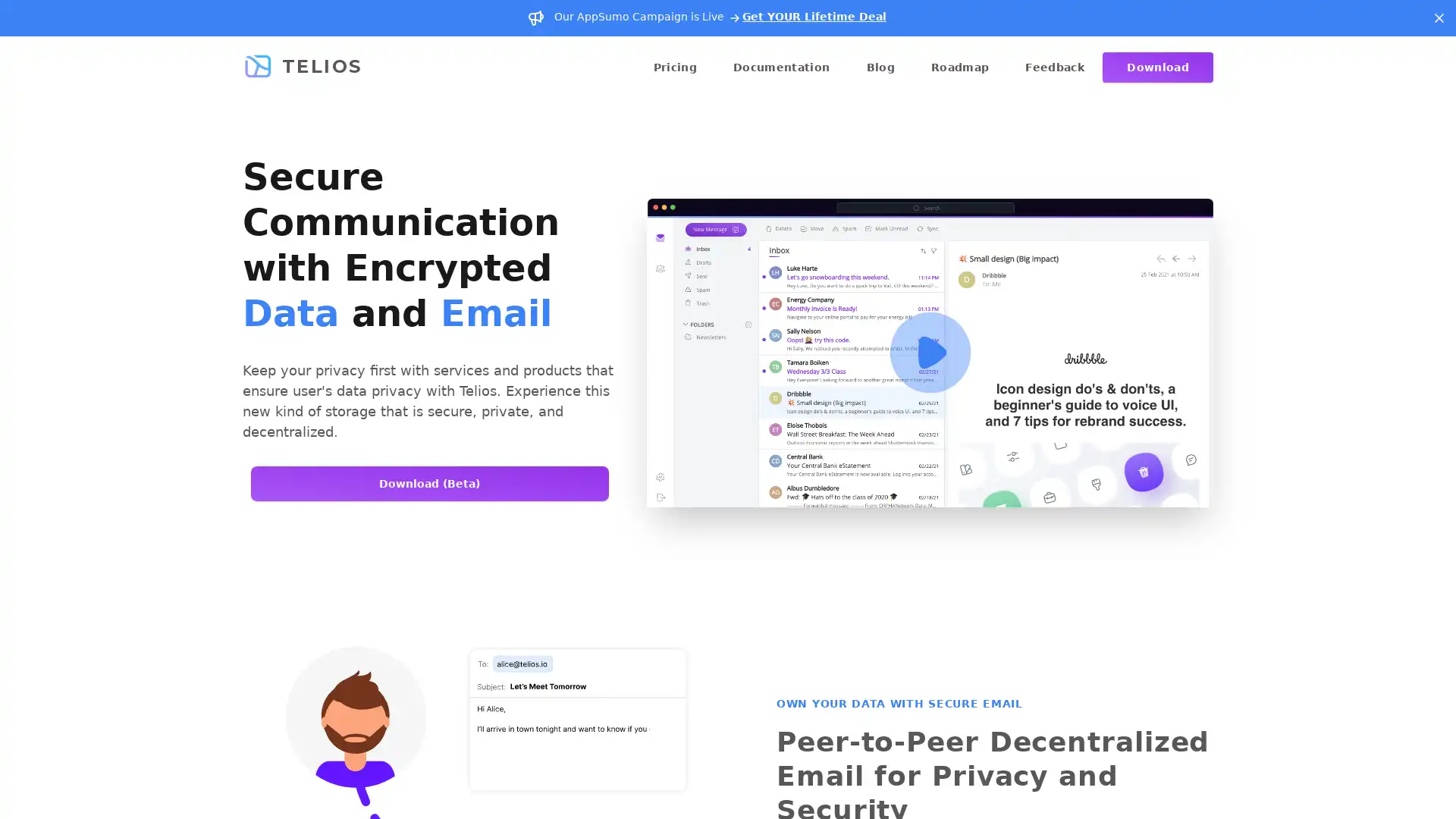 This screenshot has height=819, width=1456. Describe the element at coordinates (1438, 17) in the screenshot. I see `Dismiss` at that location.